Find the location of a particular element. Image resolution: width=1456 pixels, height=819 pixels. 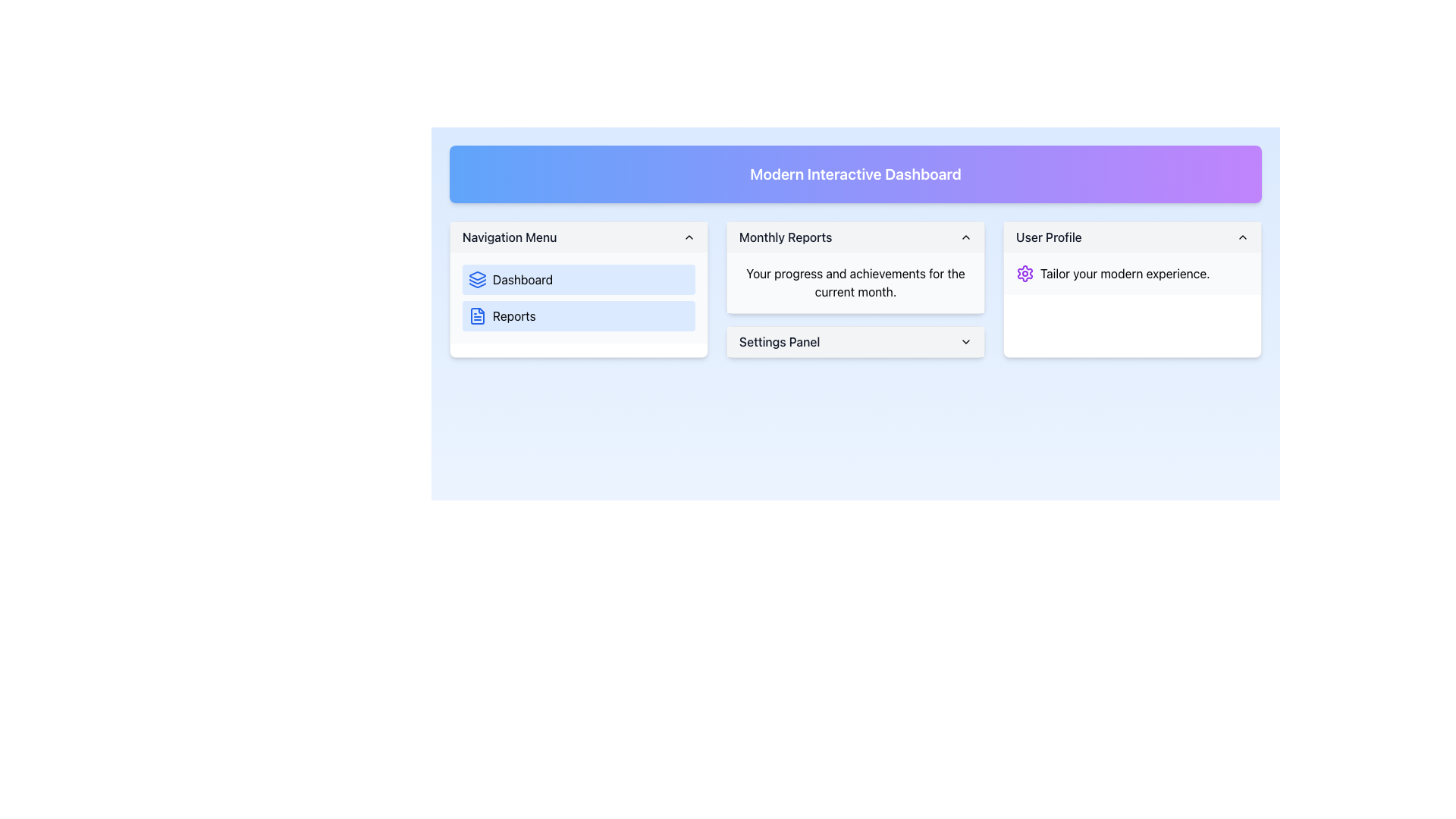

the 'Dashboard' link within the navigation card located in the first column of the grid layout is located at coordinates (578, 289).